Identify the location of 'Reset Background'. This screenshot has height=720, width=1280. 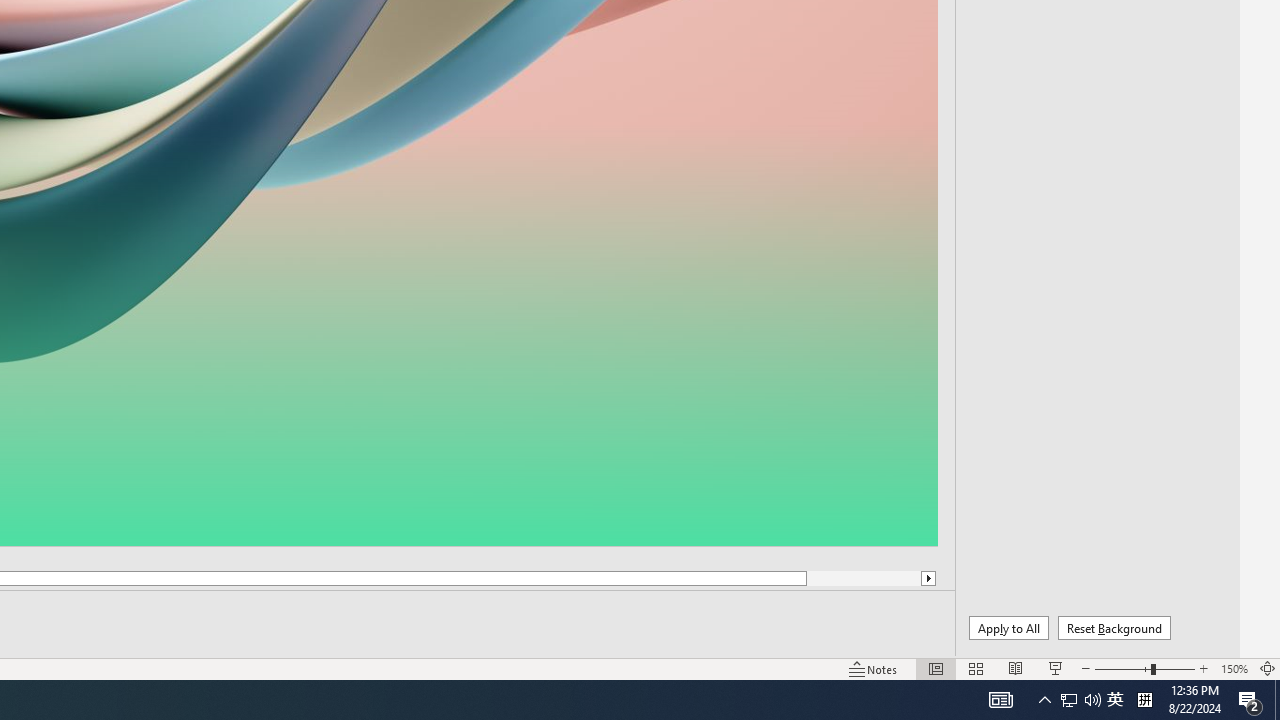
(1113, 627).